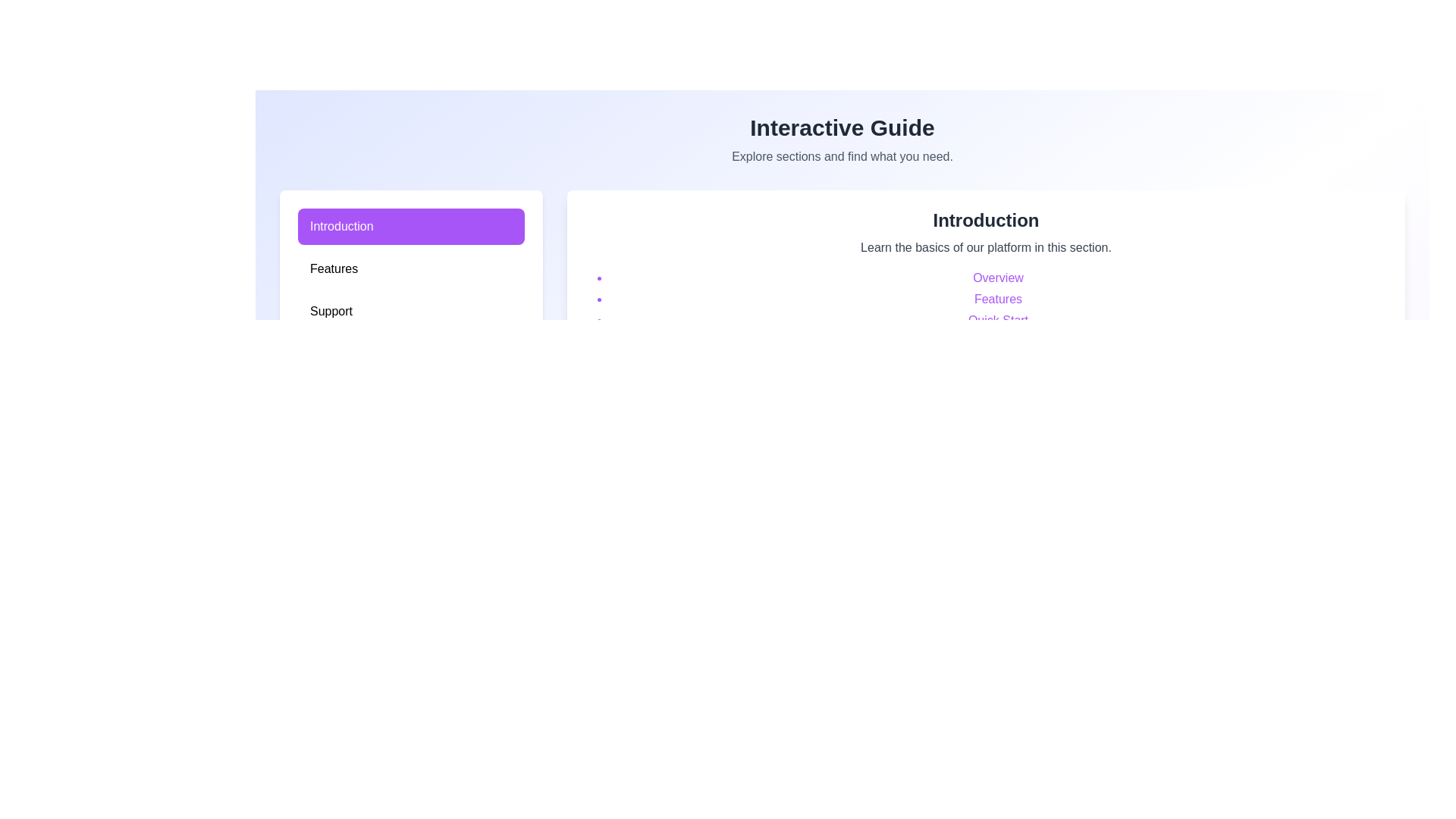  Describe the element at coordinates (411, 271) in the screenshot. I see `the navigation card located in the top-left section of the layout to observe styling changes on the labels for 'Introduction', 'Features', and 'Support'` at that location.